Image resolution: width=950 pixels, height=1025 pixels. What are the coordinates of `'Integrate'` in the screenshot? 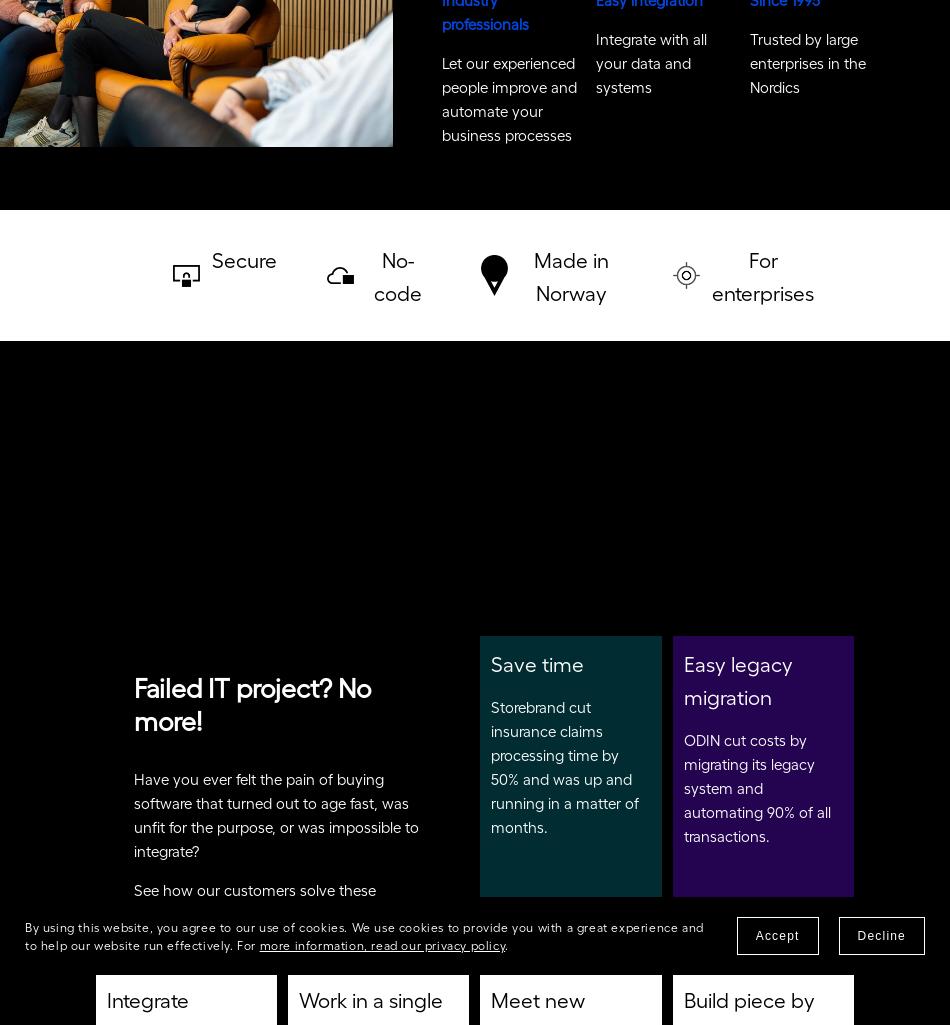 It's located at (149, 1005).